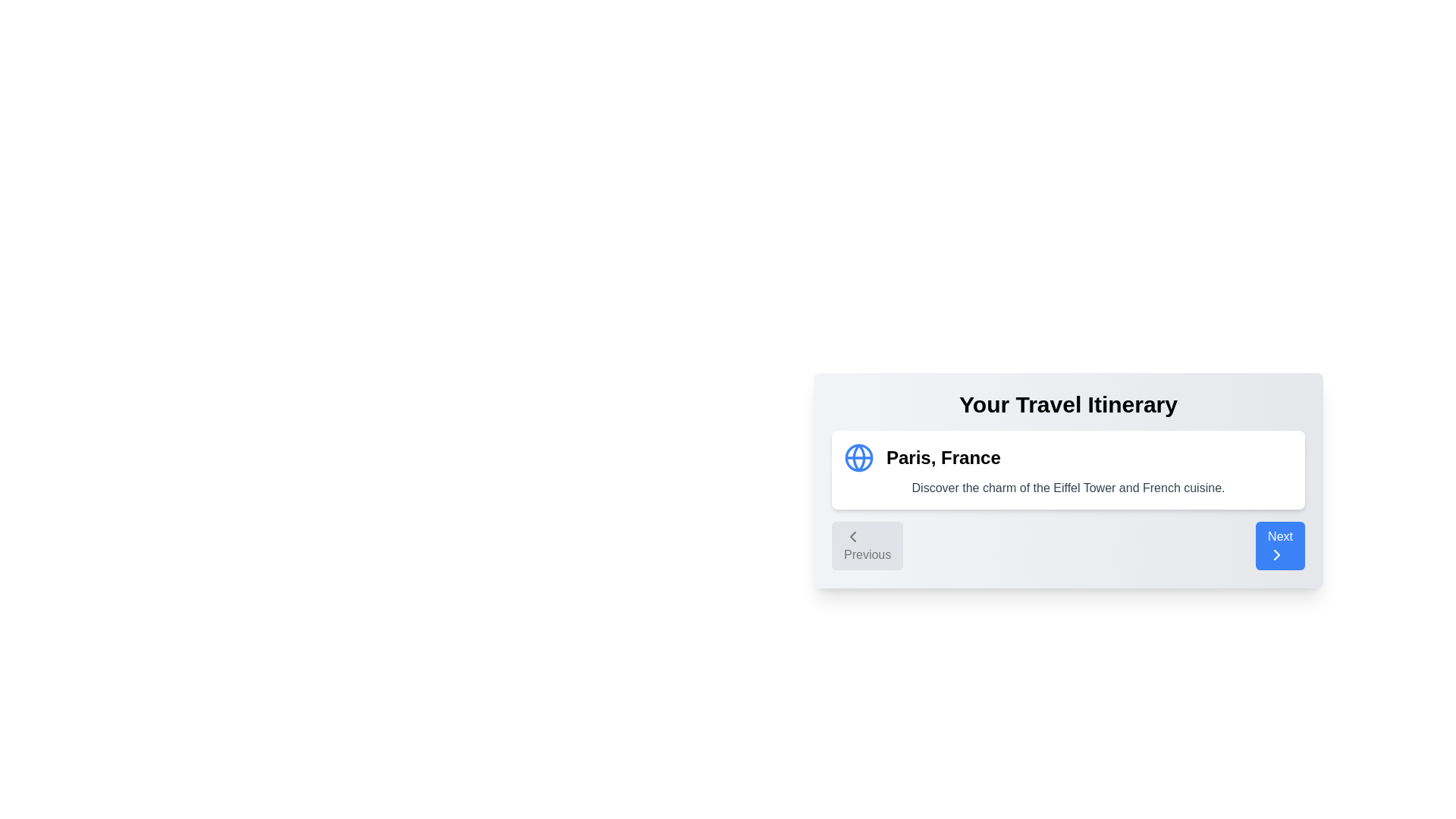 This screenshot has height=819, width=1456. What do you see at coordinates (858, 457) in the screenshot?
I see `the globe icon located to the left of the text 'Paris, France', which is part of an SVG representation indicating travel or international content` at bounding box center [858, 457].